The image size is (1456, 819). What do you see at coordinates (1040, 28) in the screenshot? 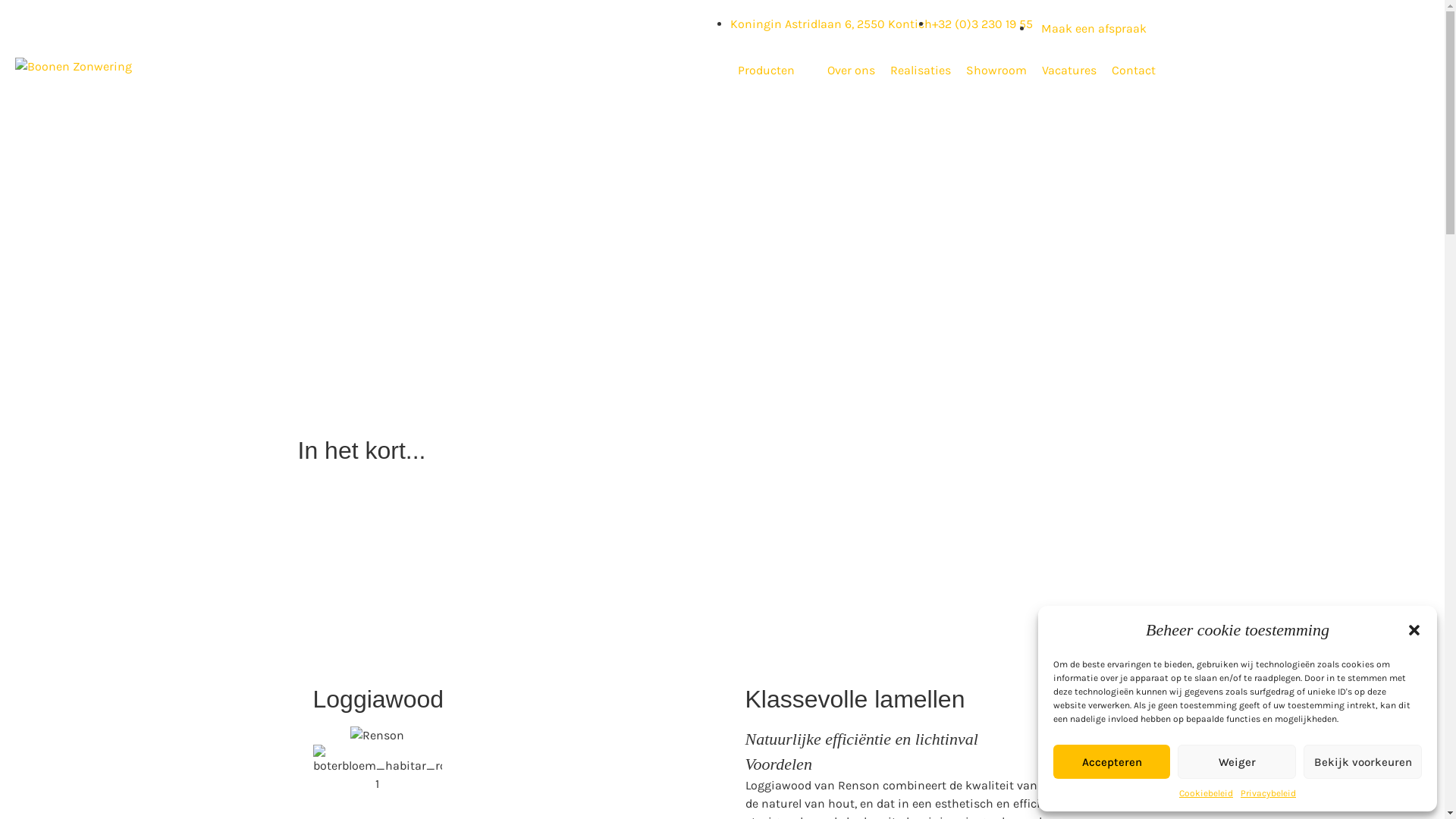
I see `'Maak een afspraak'` at bounding box center [1040, 28].